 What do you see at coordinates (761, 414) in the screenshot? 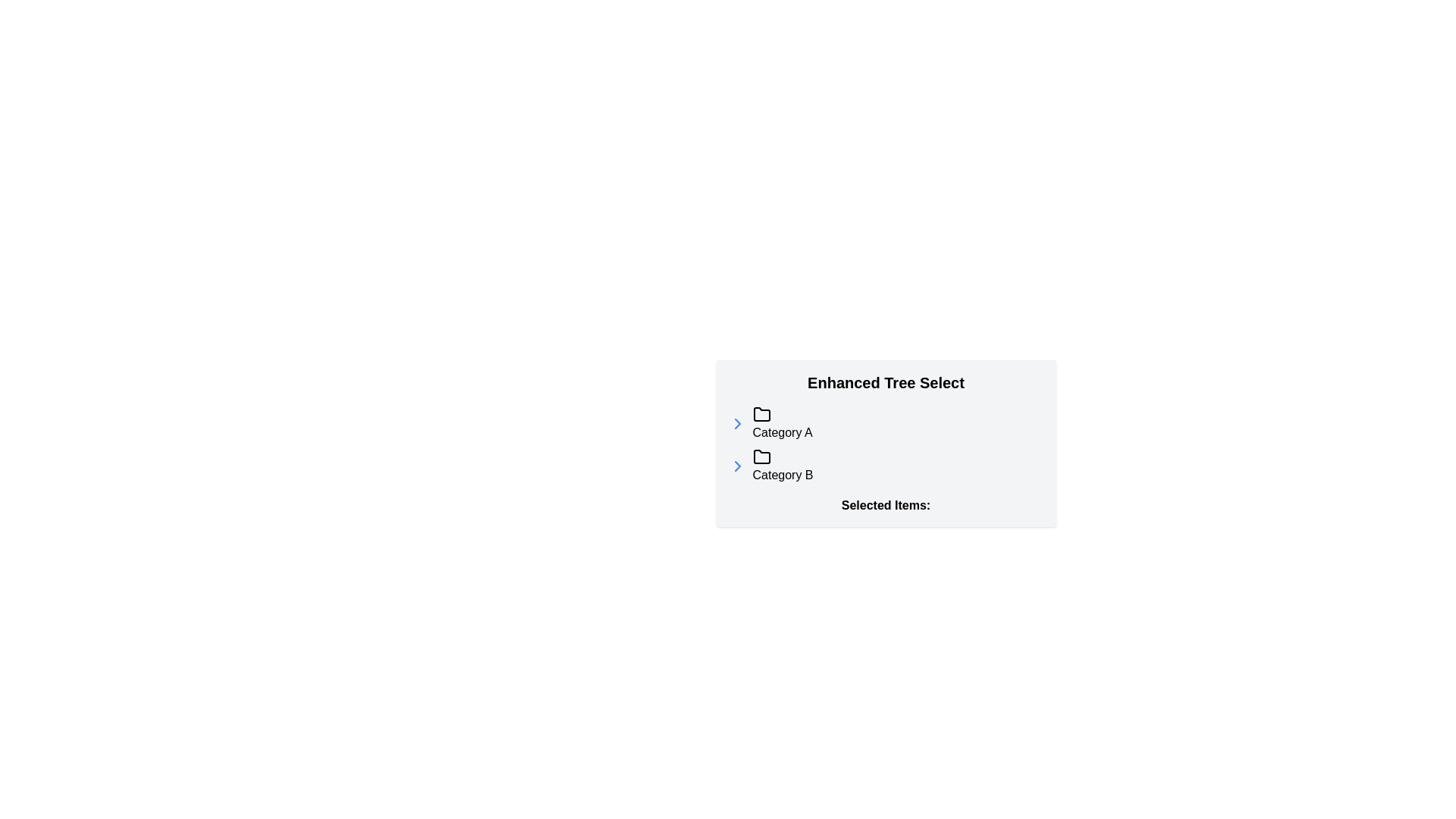
I see `the outlined folder icon component` at bounding box center [761, 414].